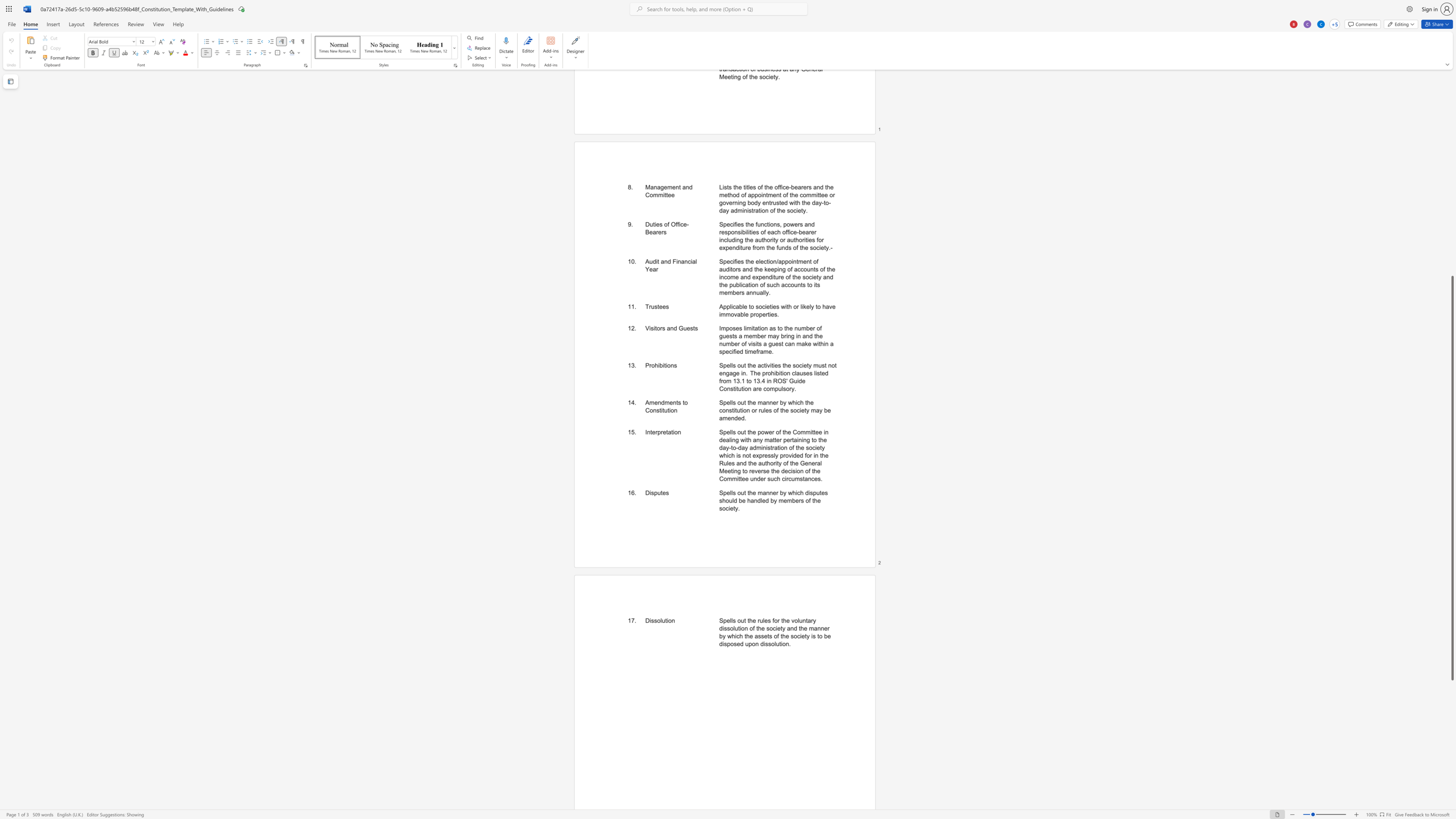 Image resolution: width=1456 pixels, height=819 pixels. Describe the element at coordinates (1451, 193) in the screenshot. I see `the scrollbar on the right to move the page upward` at that location.